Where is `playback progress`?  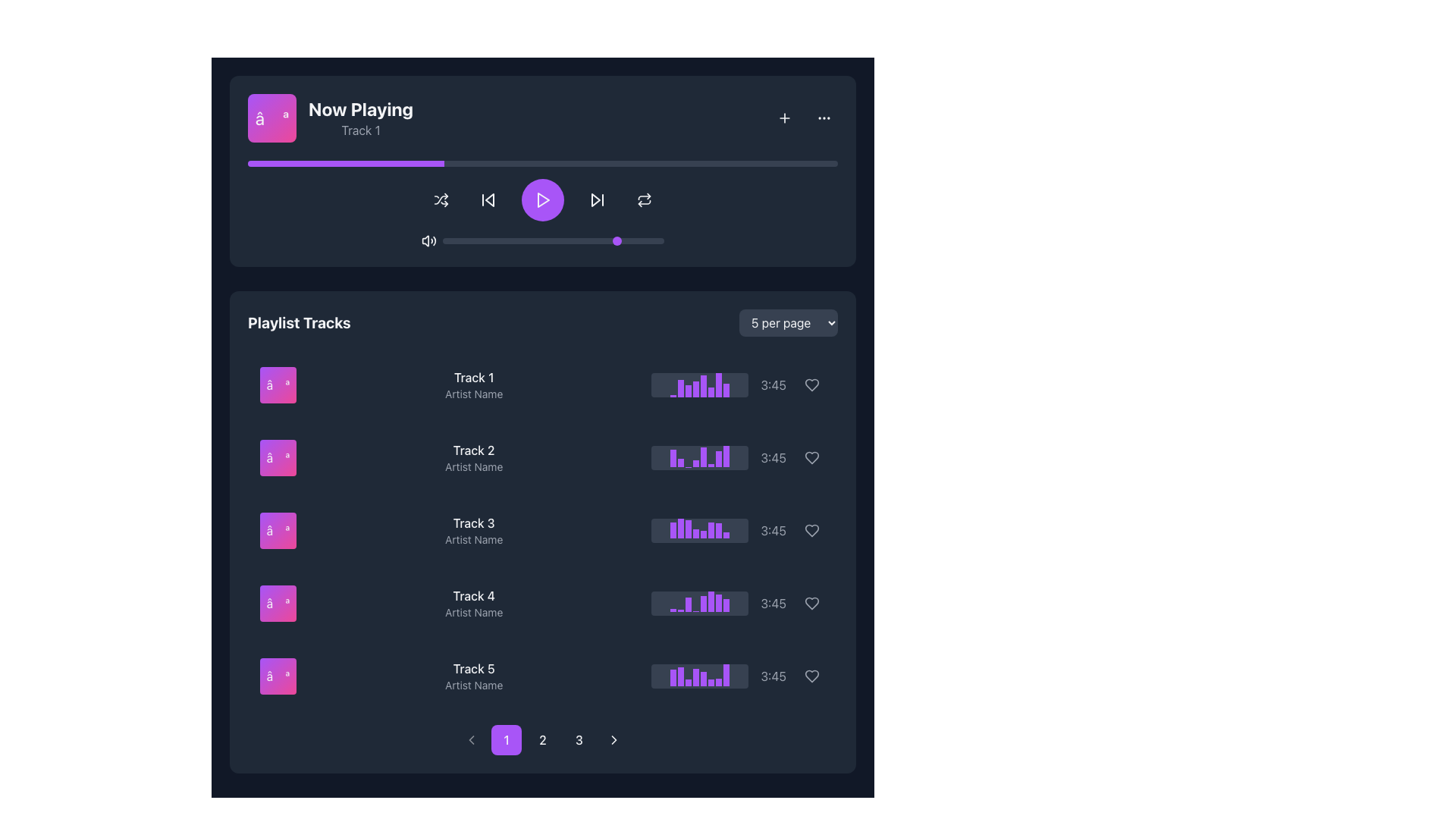
playback progress is located at coordinates (460, 164).